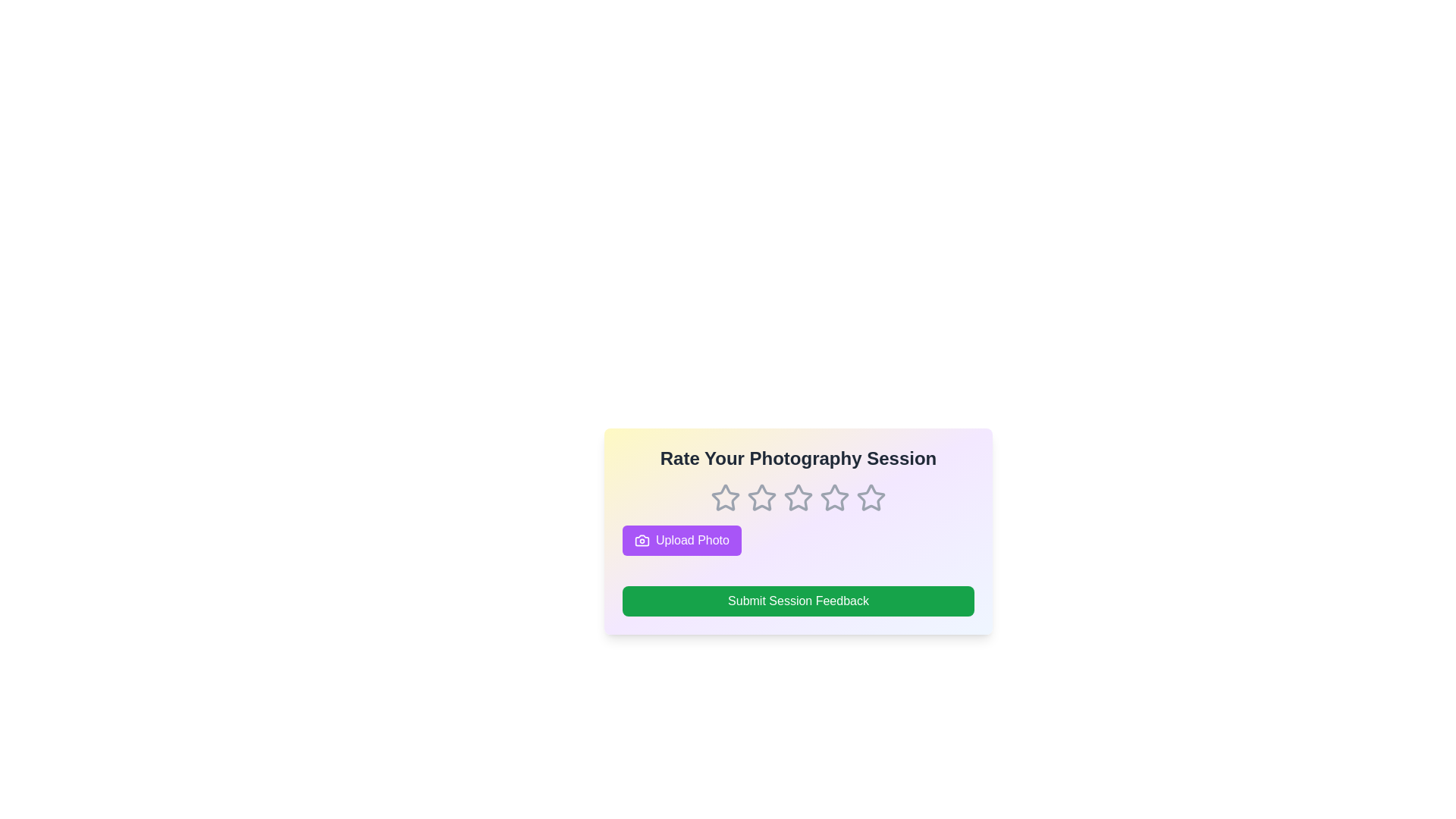 The height and width of the screenshot is (819, 1456). Describe the element at coordinates (833, 497) in the screenshot. I see `the rating to 4 stars by clicking on the corresponding star` at that location.